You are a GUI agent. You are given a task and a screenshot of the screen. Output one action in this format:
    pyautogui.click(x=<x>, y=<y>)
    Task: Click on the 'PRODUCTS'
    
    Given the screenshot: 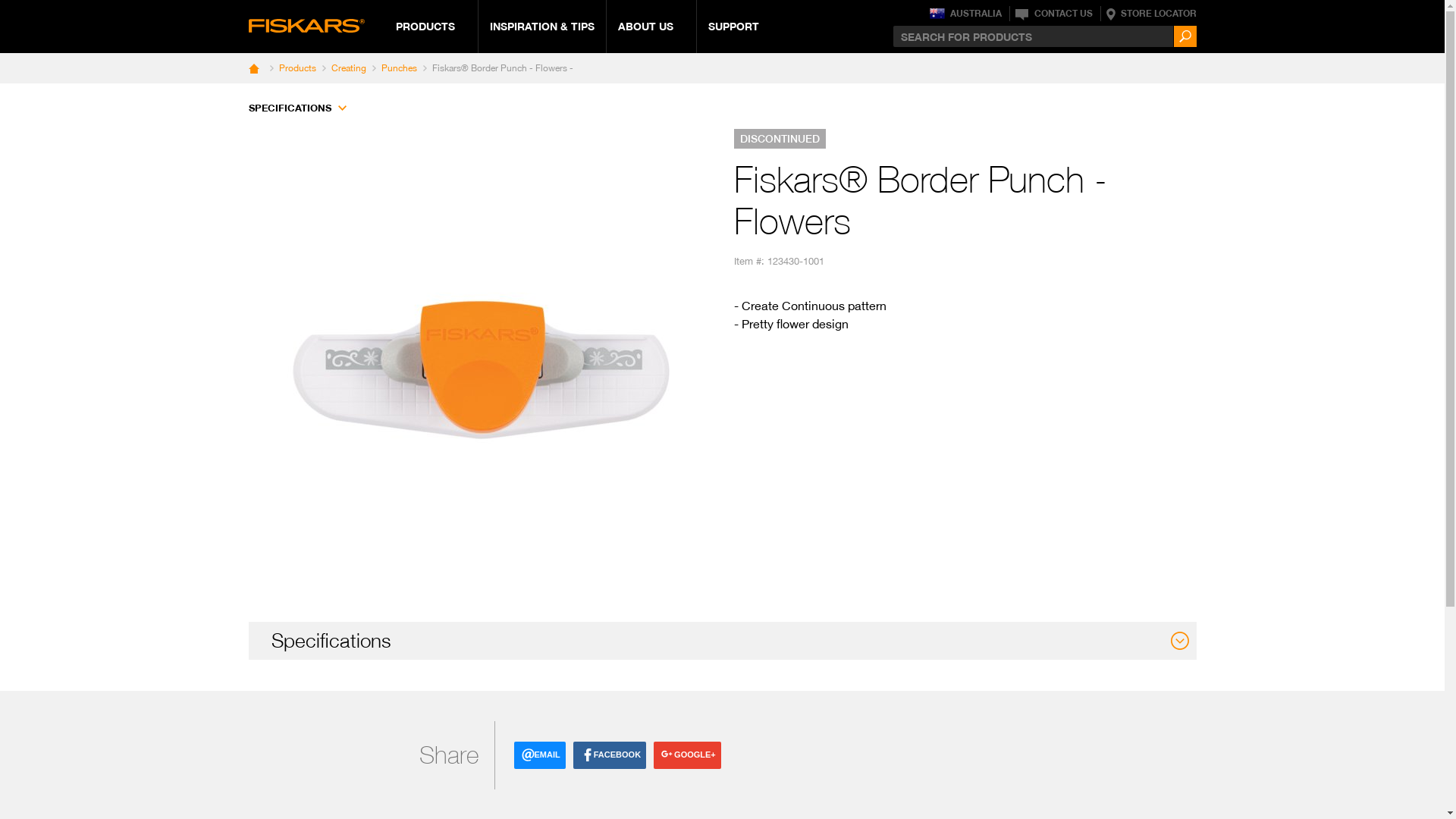 What is the action you would take?
    pyautogui.click(x=425, y=26)
    